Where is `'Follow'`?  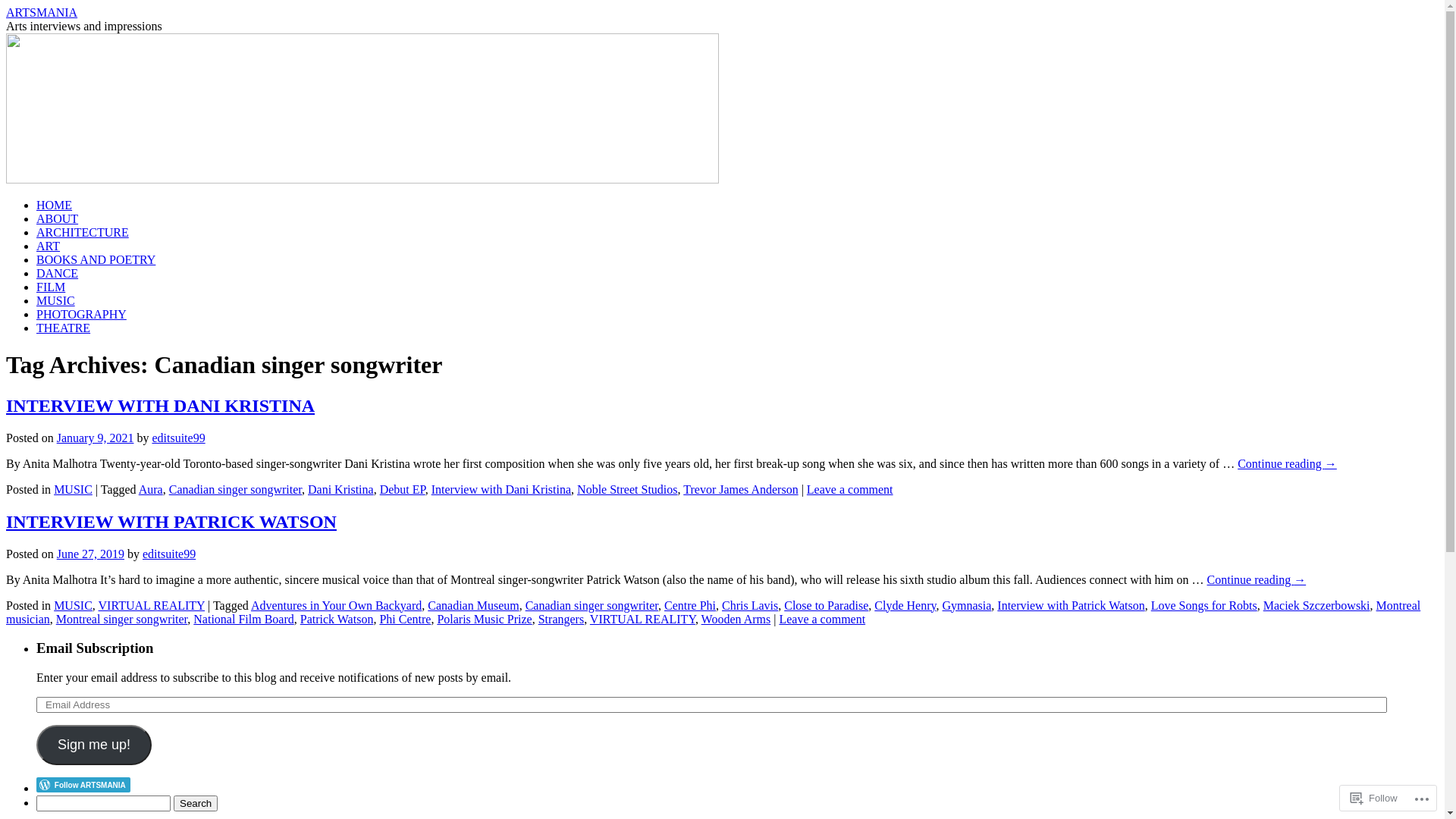 'Follow' is located at coordinates (1374, 797).